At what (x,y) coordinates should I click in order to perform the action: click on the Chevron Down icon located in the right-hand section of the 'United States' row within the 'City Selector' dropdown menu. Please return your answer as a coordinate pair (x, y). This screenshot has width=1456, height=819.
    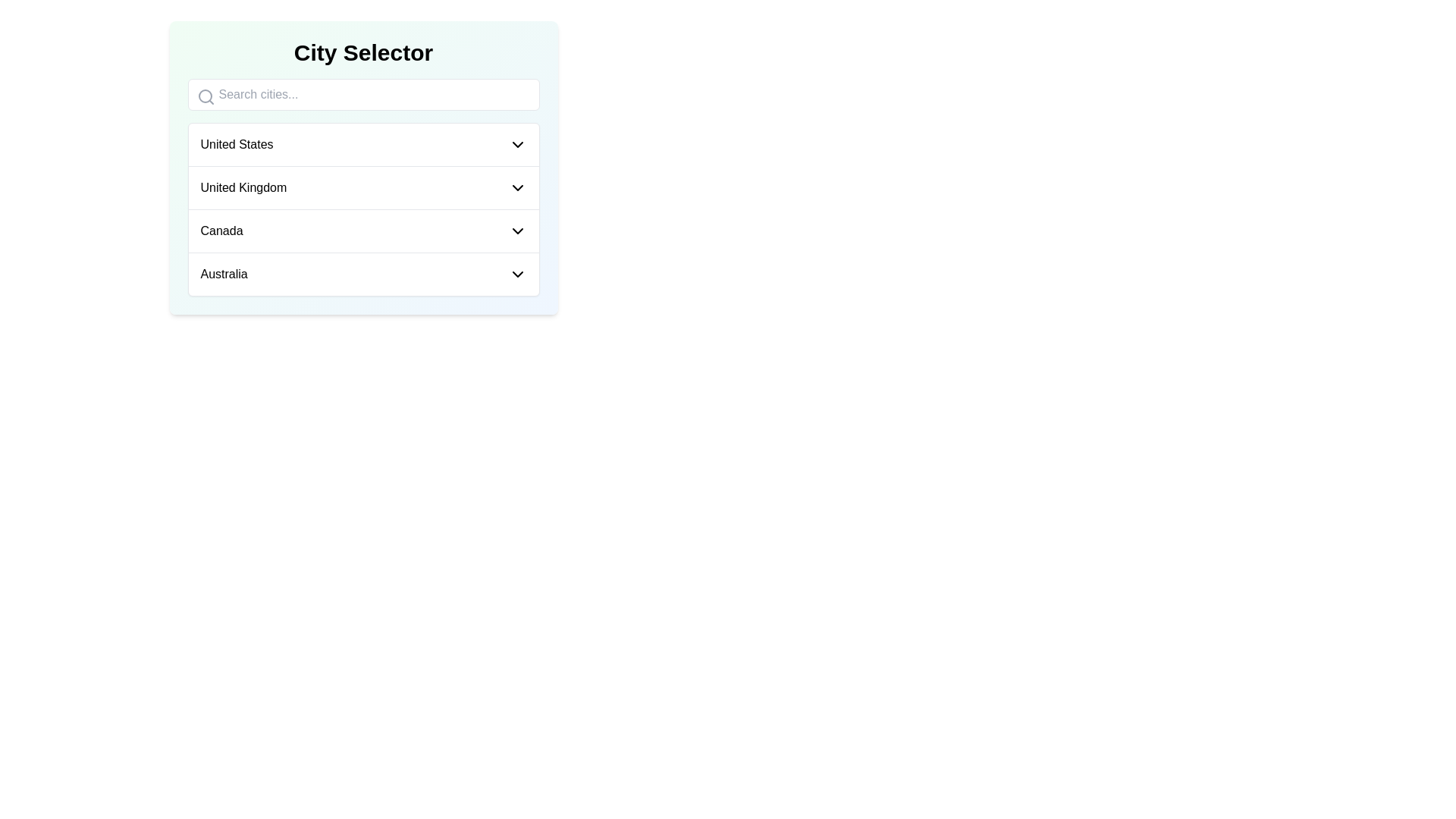
    Looking at the image, I should click on (517, 145).